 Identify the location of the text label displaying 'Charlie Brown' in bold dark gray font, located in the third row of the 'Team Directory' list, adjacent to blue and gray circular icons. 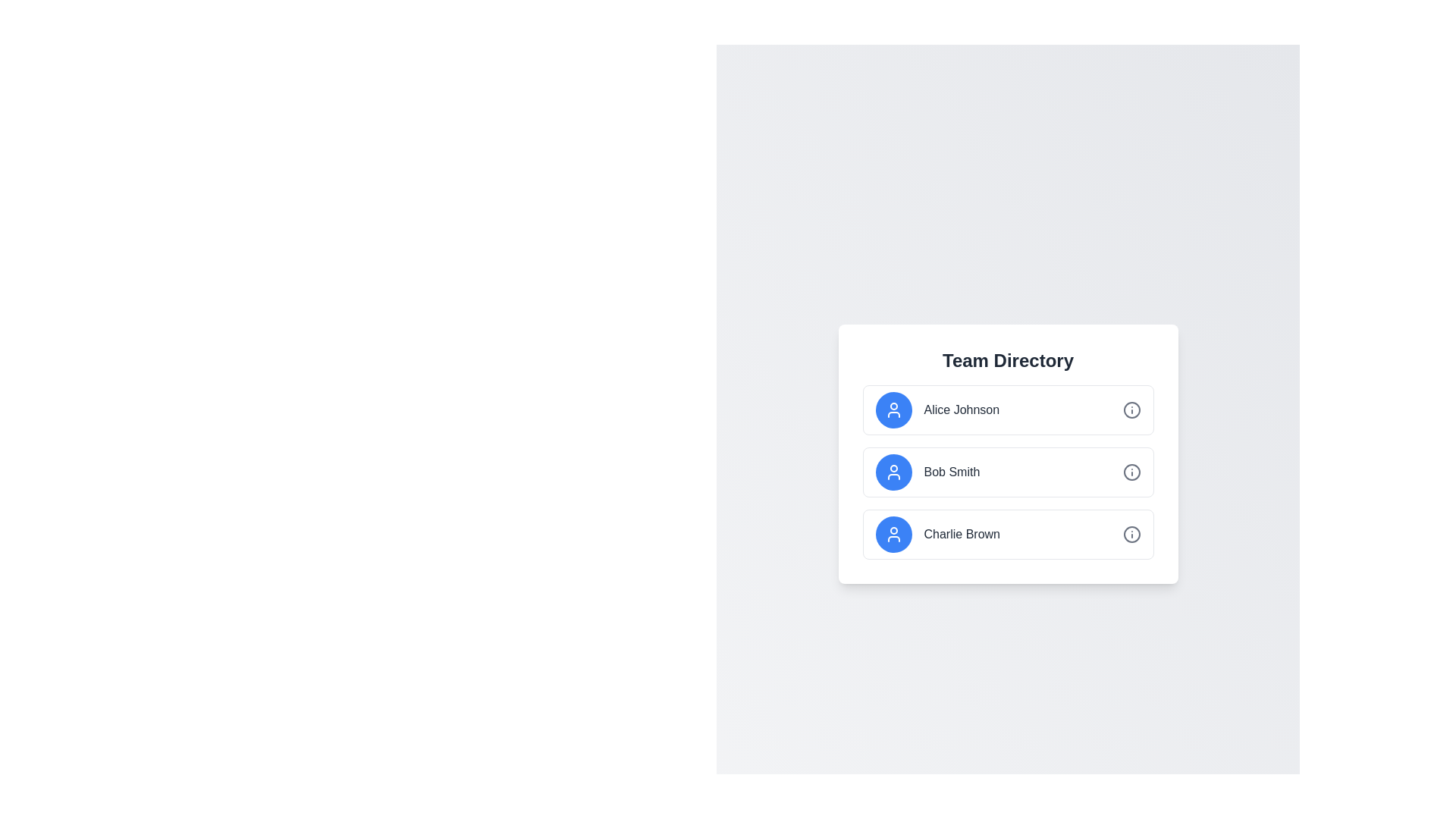
(961, 534).